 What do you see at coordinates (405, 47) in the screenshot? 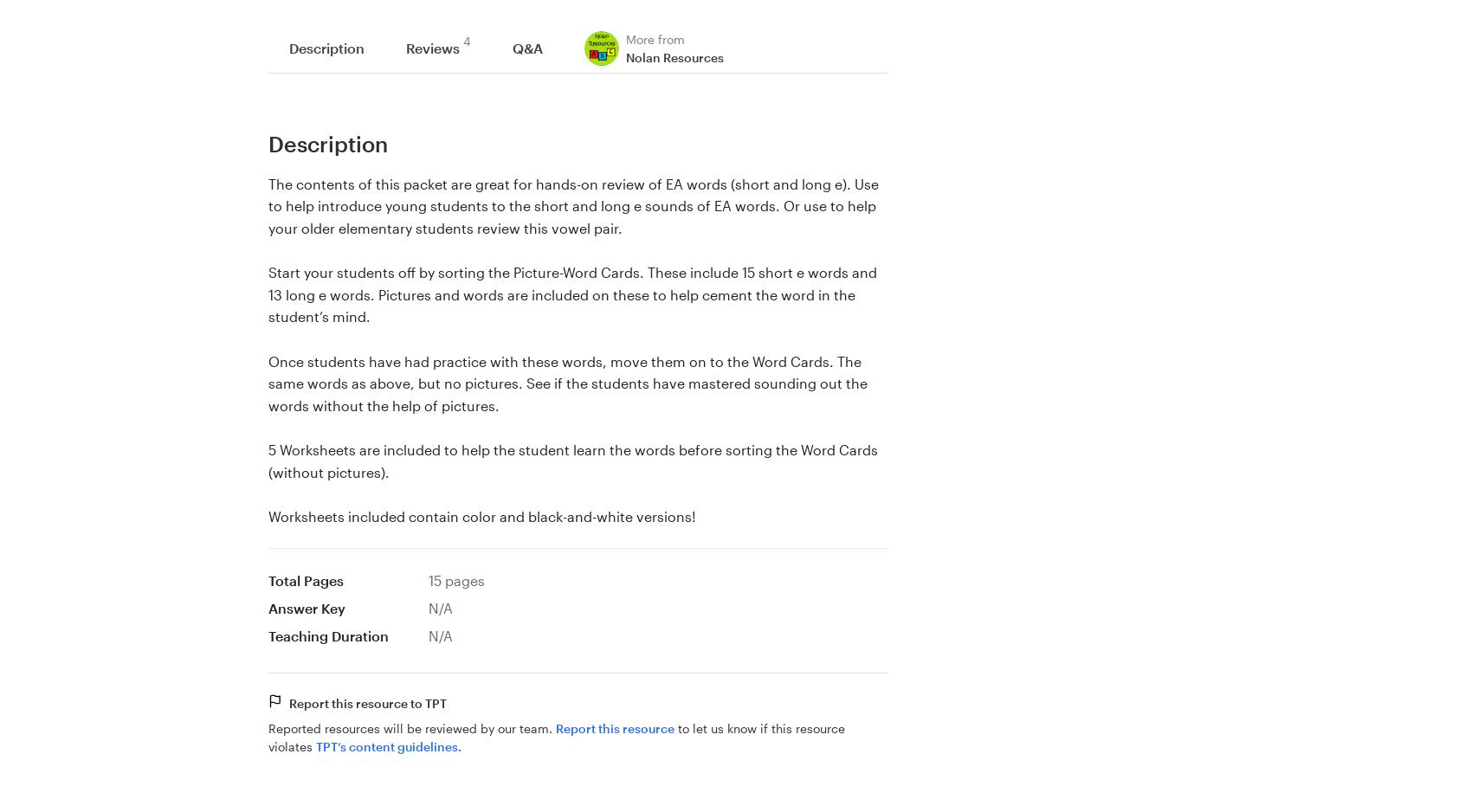
I see `'Reviews'` at bounding box center [405, 47].